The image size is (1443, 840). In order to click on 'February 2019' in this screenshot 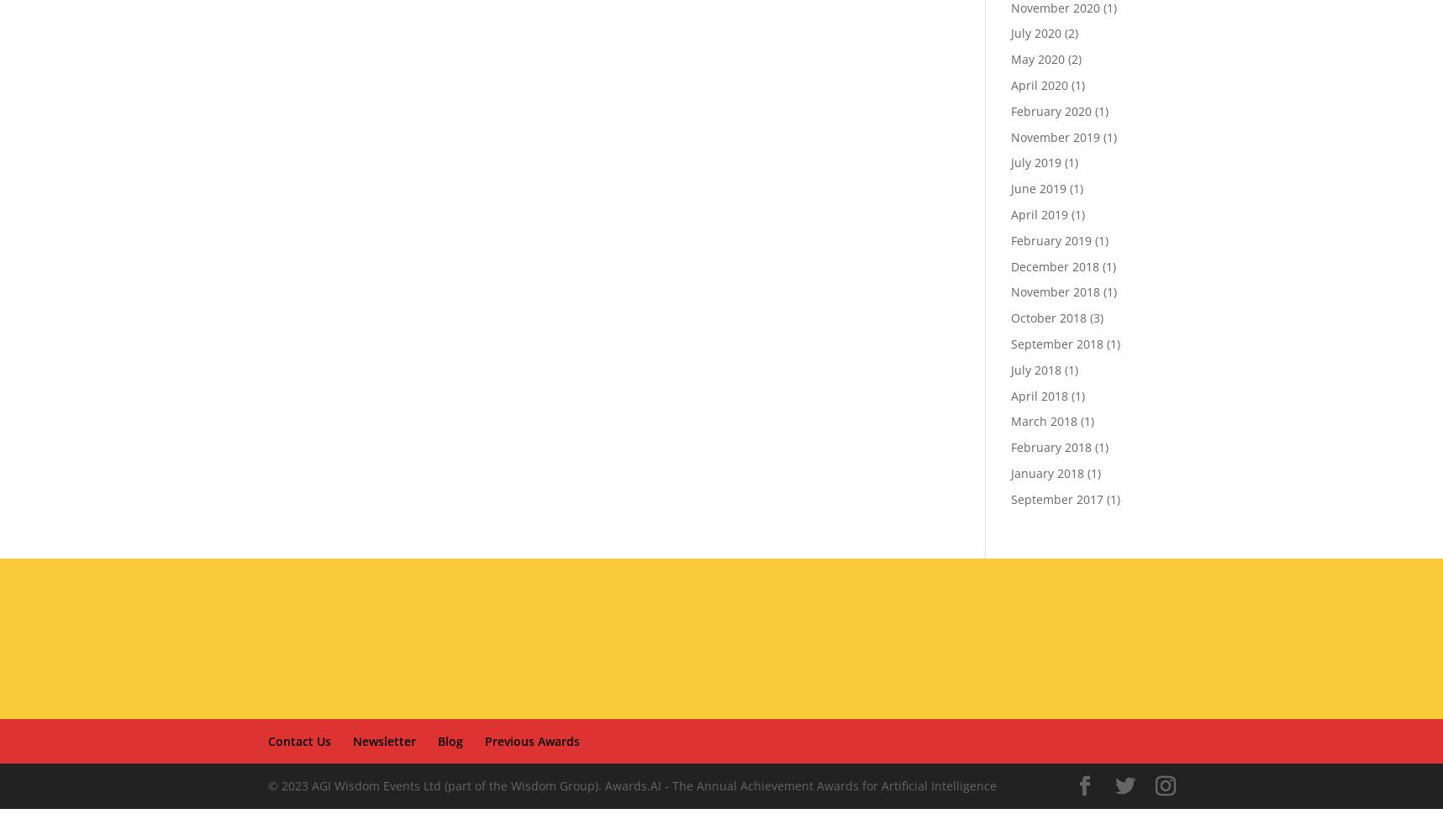, I will do `click(1051, 239)`.